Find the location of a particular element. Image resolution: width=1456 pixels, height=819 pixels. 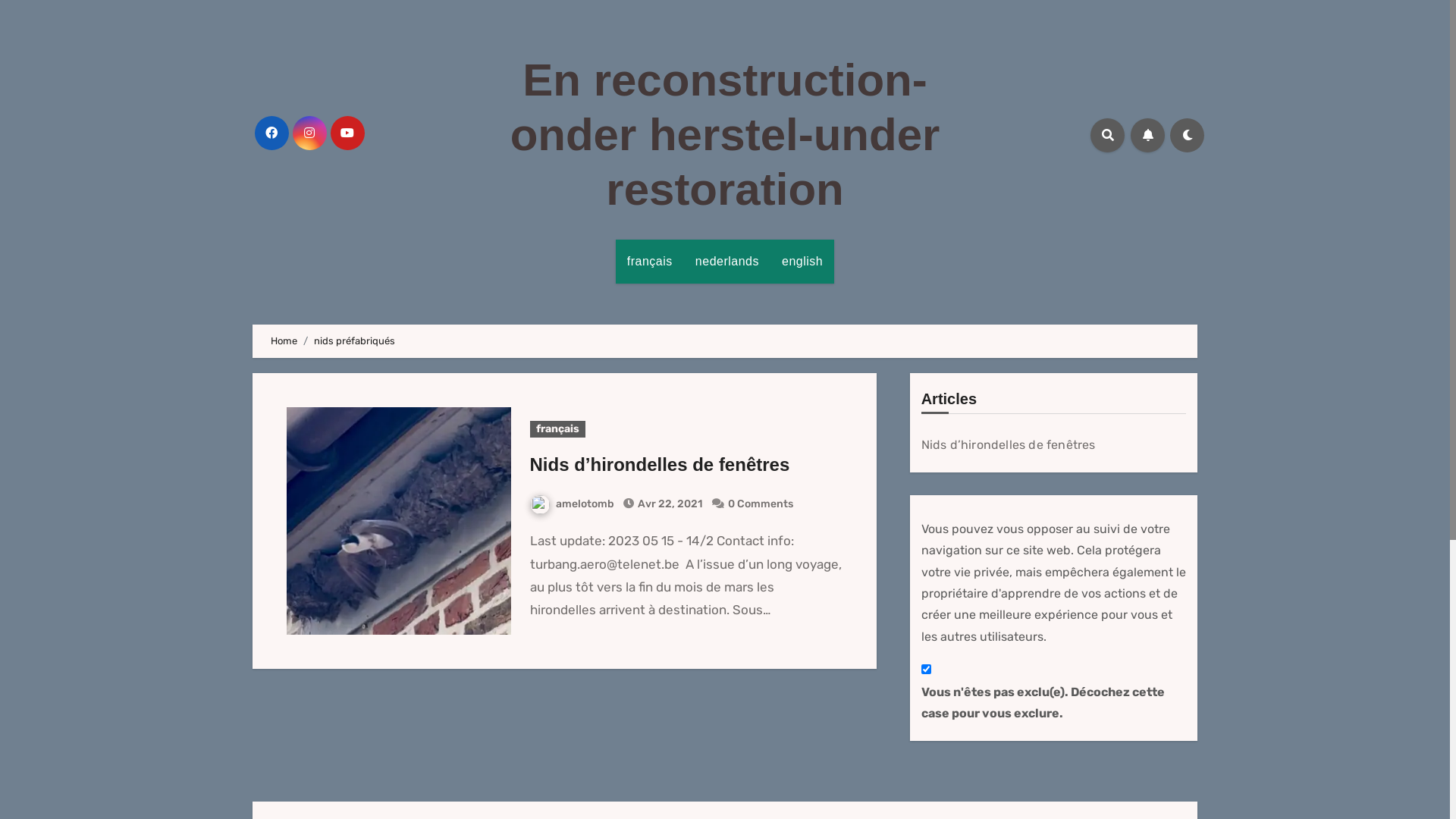

'Home' is located at coordinates (270, 340).